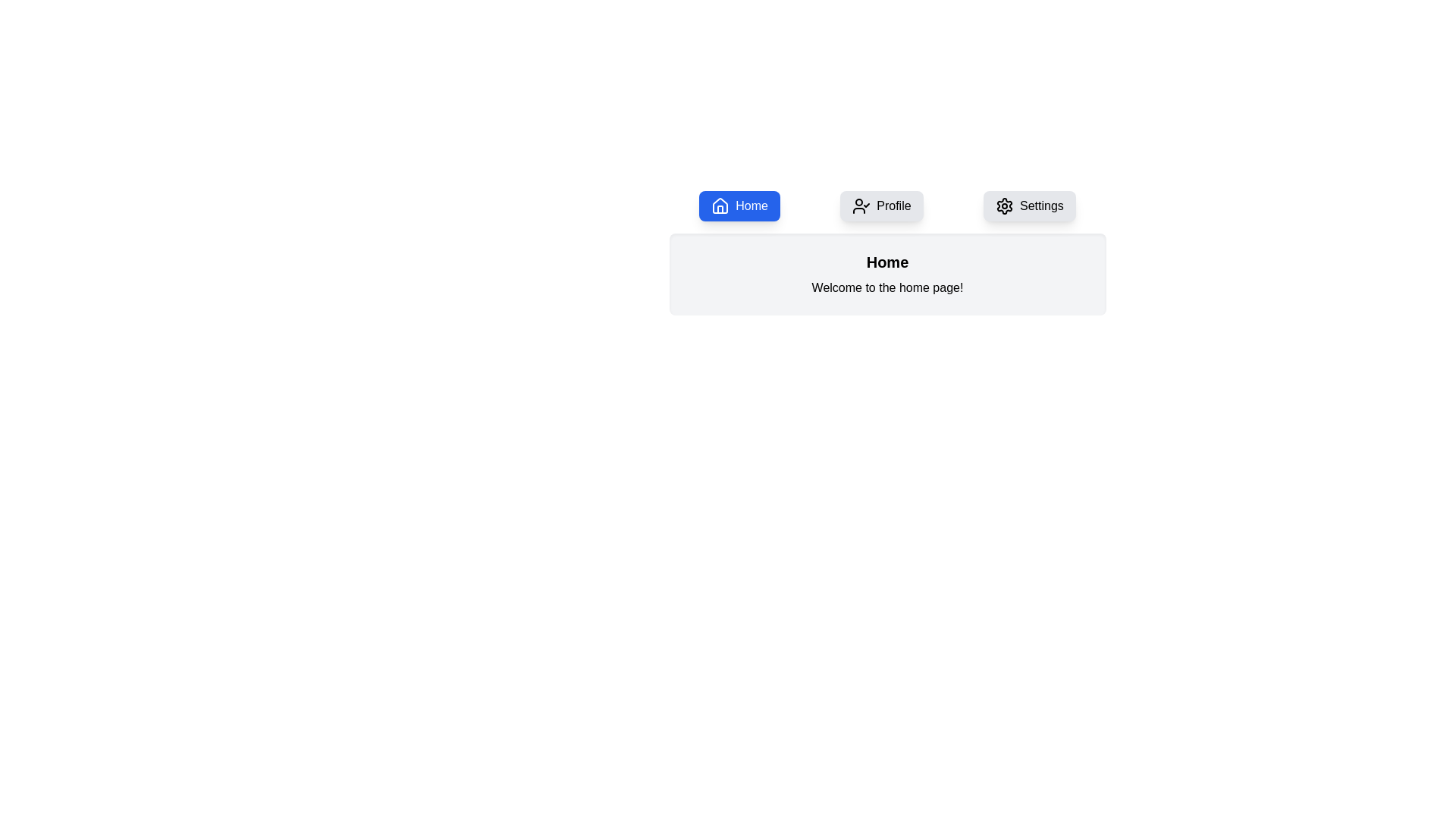 This screenshot has width=1456, height=819. I want to click on the Profile tab by clicking its corresponding button, so click(880, 206).